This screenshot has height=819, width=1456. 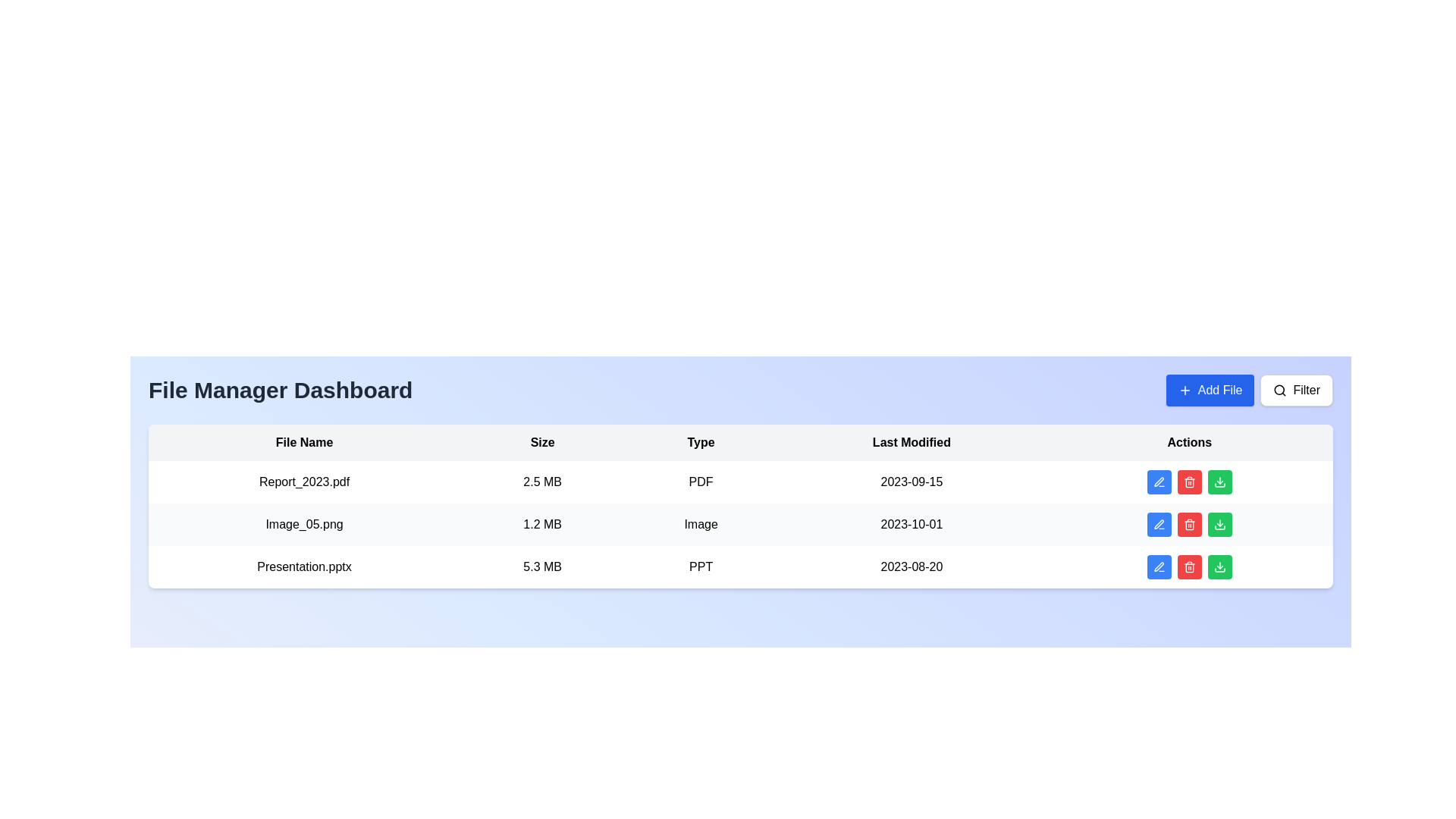 What do you see at coordinates (911, 442) in the screenshot?
I see `the 'Last Modified' header label in the data table, which is positioned in the fourth column of the header row, between the 'Type' and 'Actions' columns` at bounding box center [911, 442].